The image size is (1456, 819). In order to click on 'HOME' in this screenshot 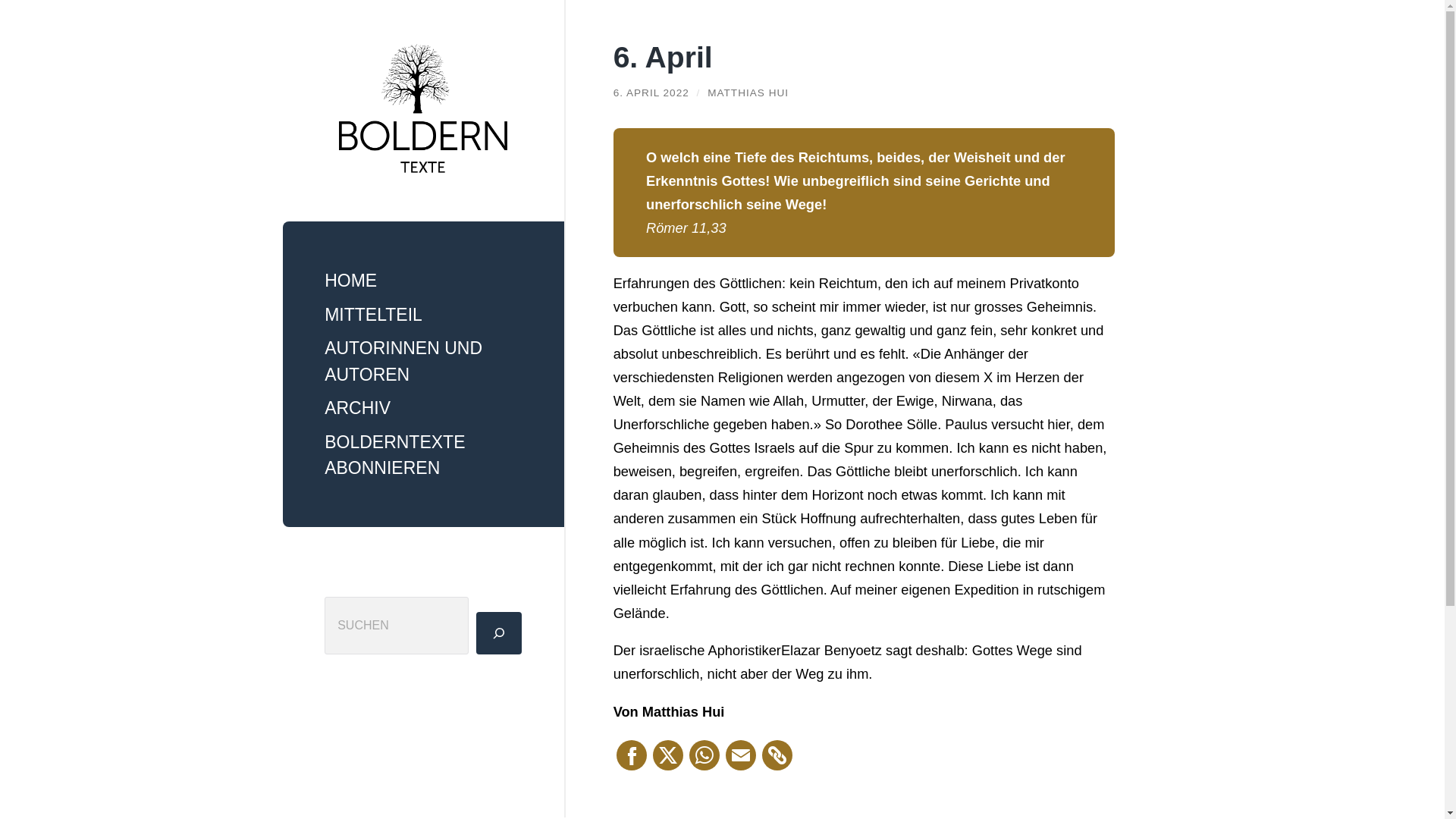, I will do `click(422, 281)`.